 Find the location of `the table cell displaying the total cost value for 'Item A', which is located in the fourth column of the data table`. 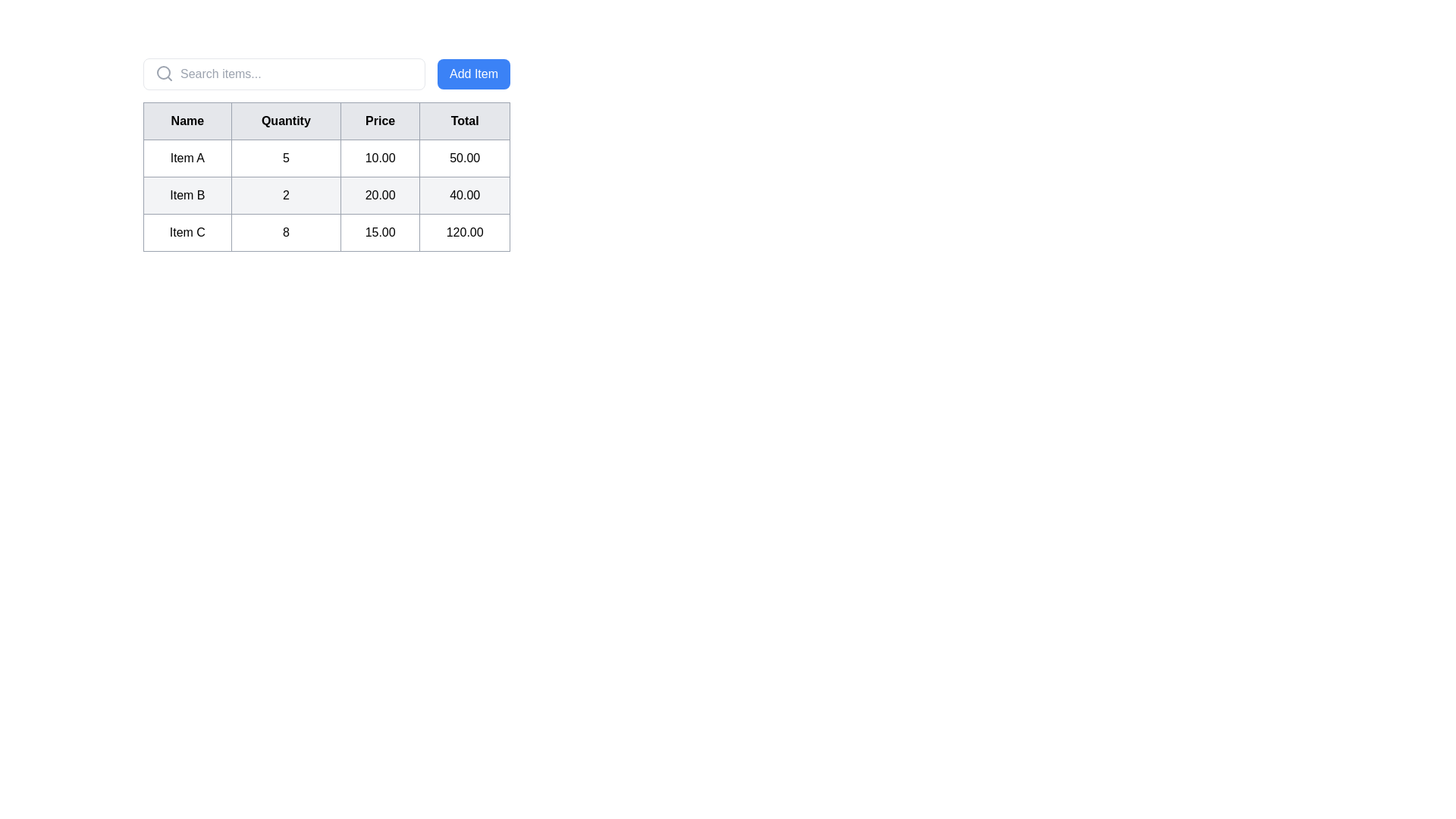

the table cell displaying the total cost value for 'Item A', which is located in the fourth column of the data table is located at coordinates (464, 158).